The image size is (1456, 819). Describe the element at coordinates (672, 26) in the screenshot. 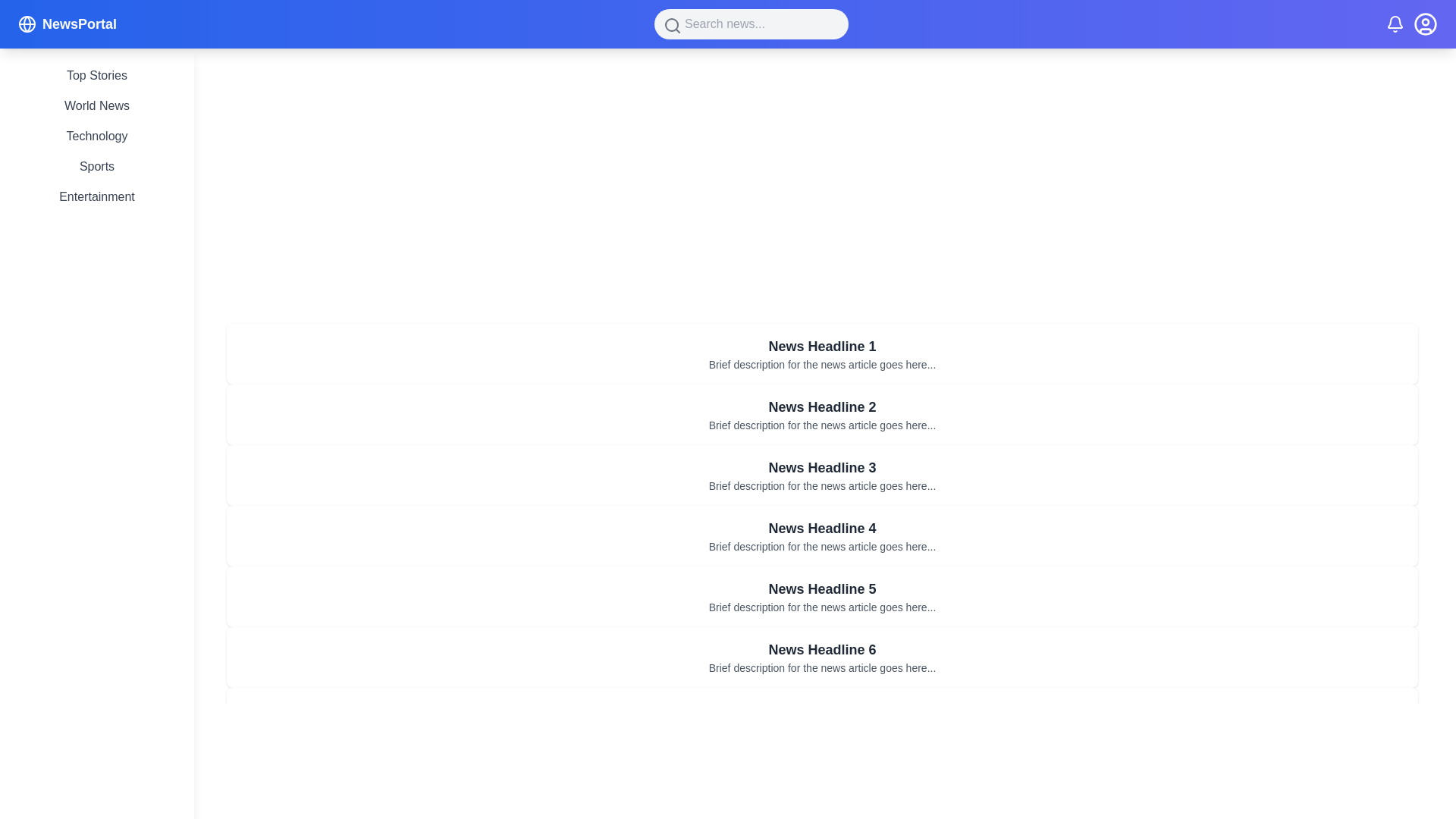

I see `the search icon located on the left side of the search bar at the upper central region of the interface` at that location.